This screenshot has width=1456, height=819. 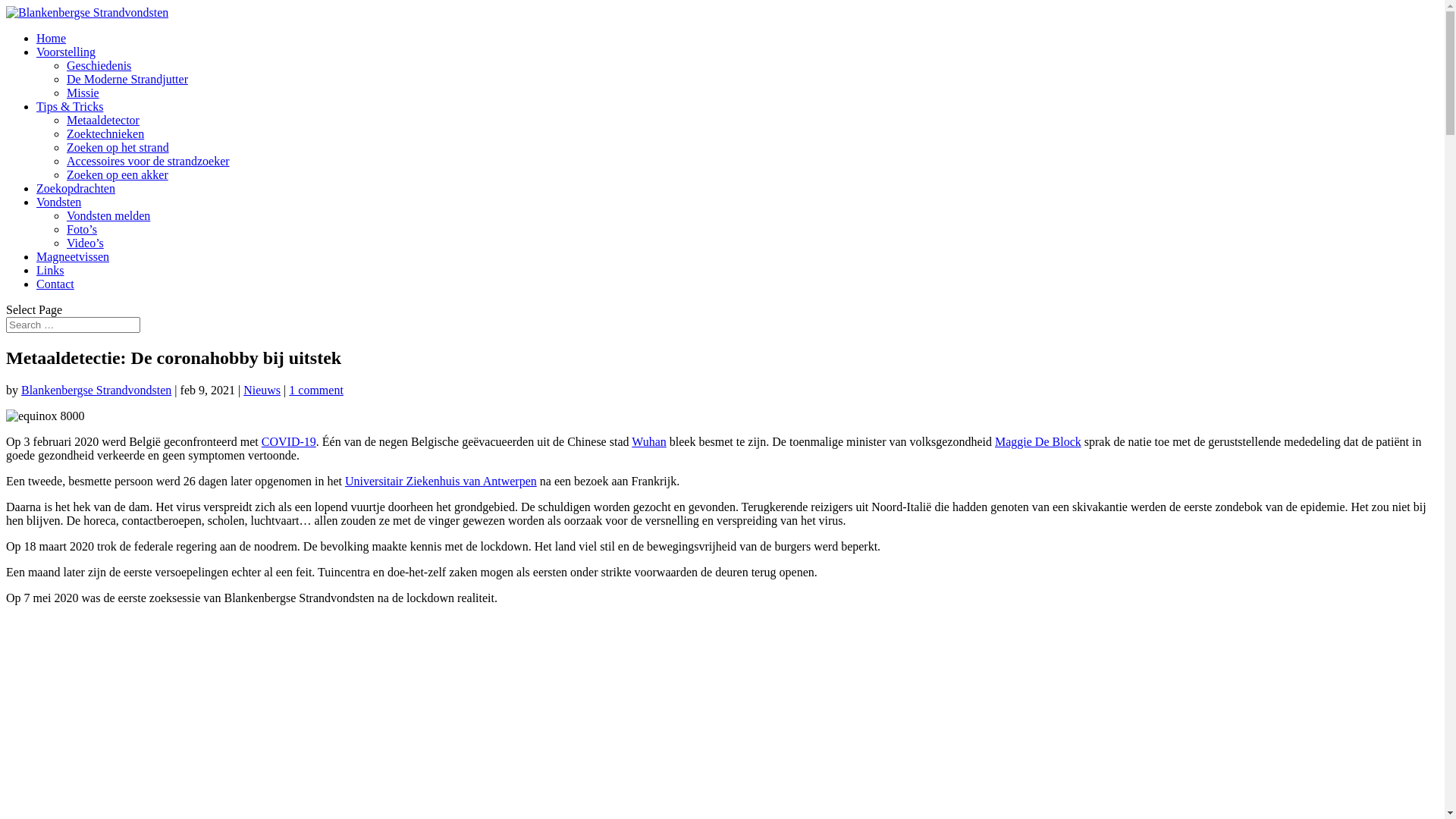 I want to click on 'Blankenbergse Strandvondsten', so click(x=95, y=389).